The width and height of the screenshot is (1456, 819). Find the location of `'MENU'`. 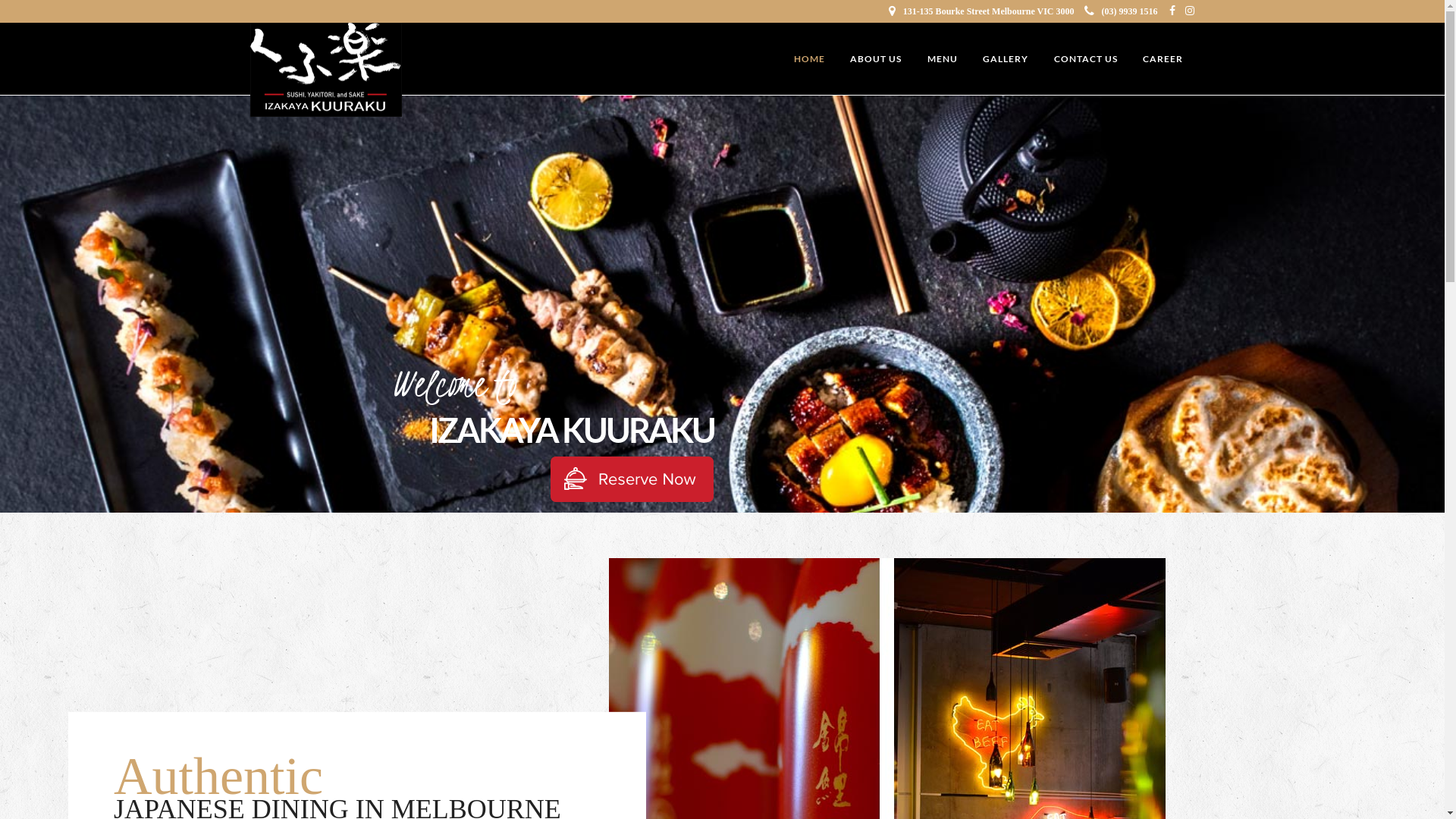

'MENU' is located at coordinates (915, 58).